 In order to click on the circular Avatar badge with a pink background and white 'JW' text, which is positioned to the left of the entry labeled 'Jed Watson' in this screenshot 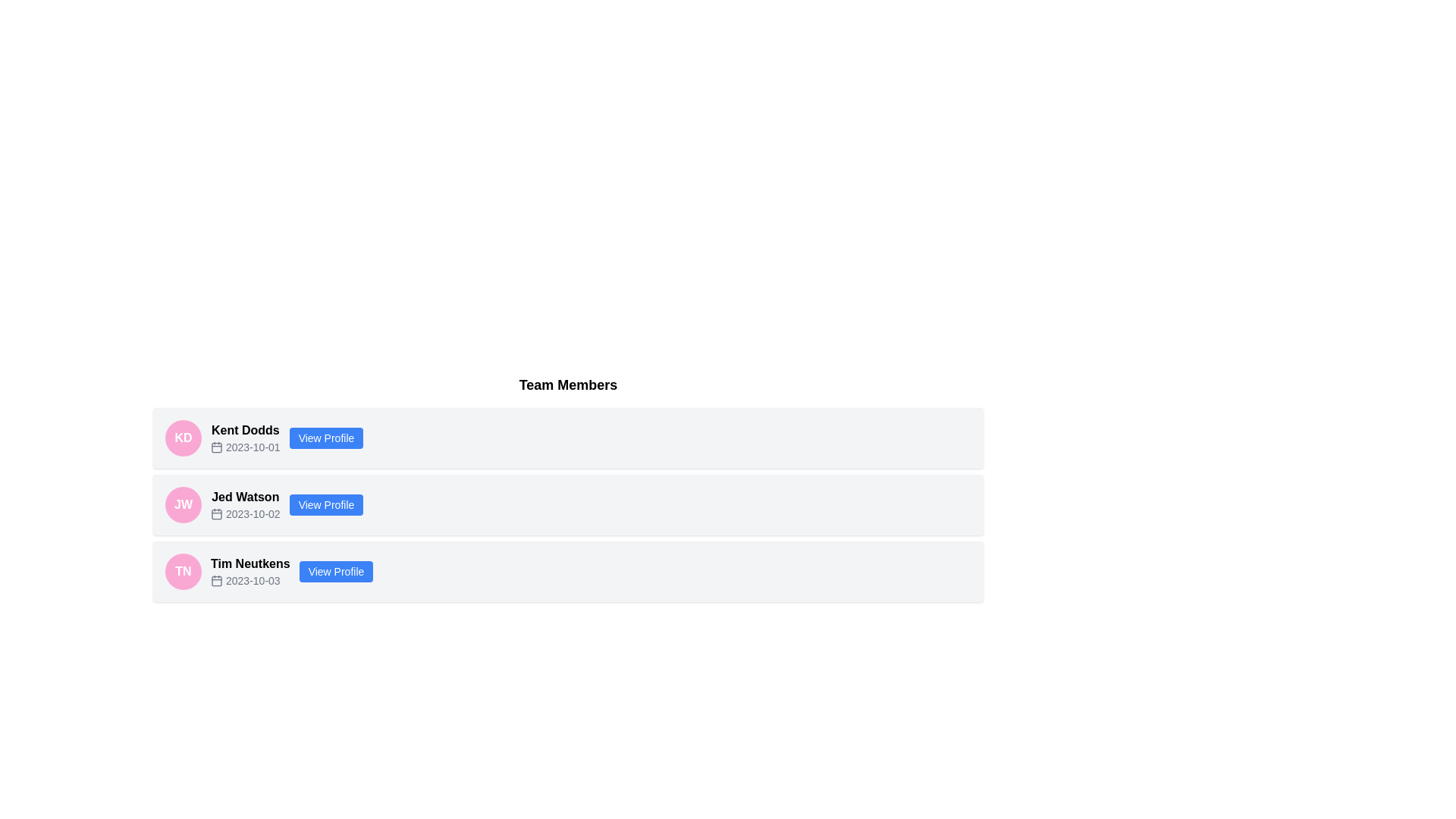, I will do `click(182, 505)`.